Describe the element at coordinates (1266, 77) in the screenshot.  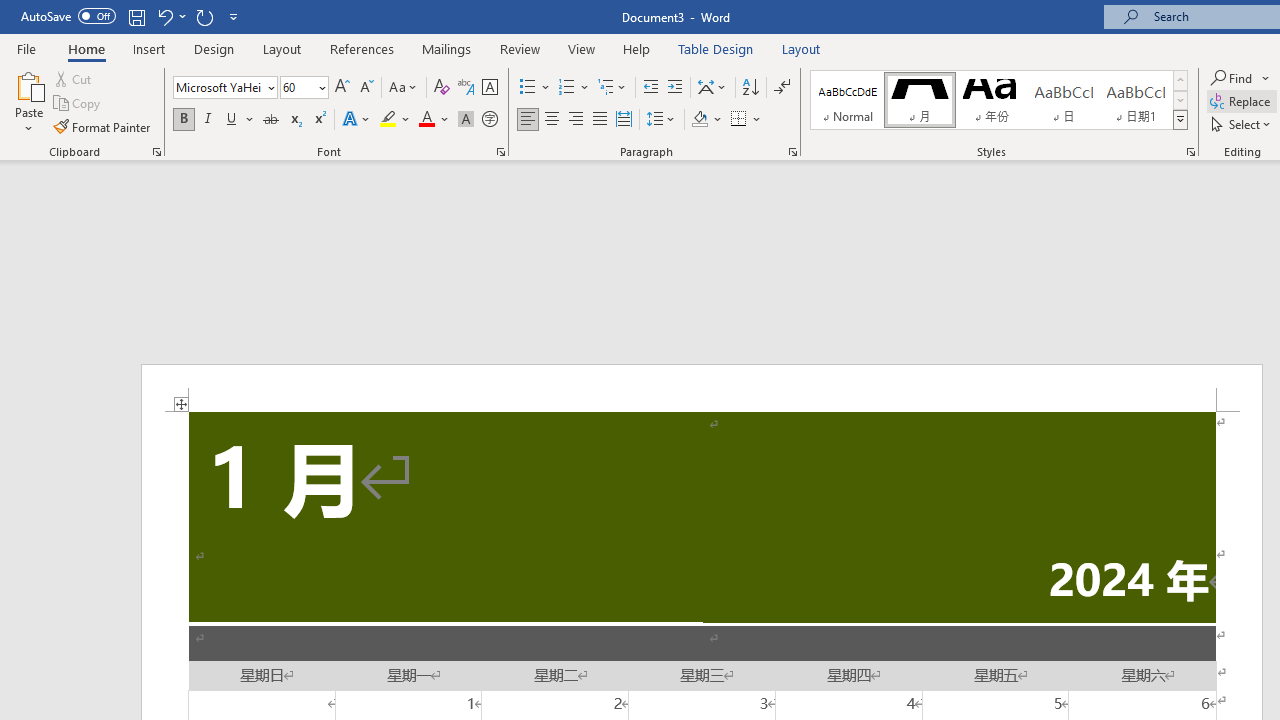
I see `'More Options'` at that location.